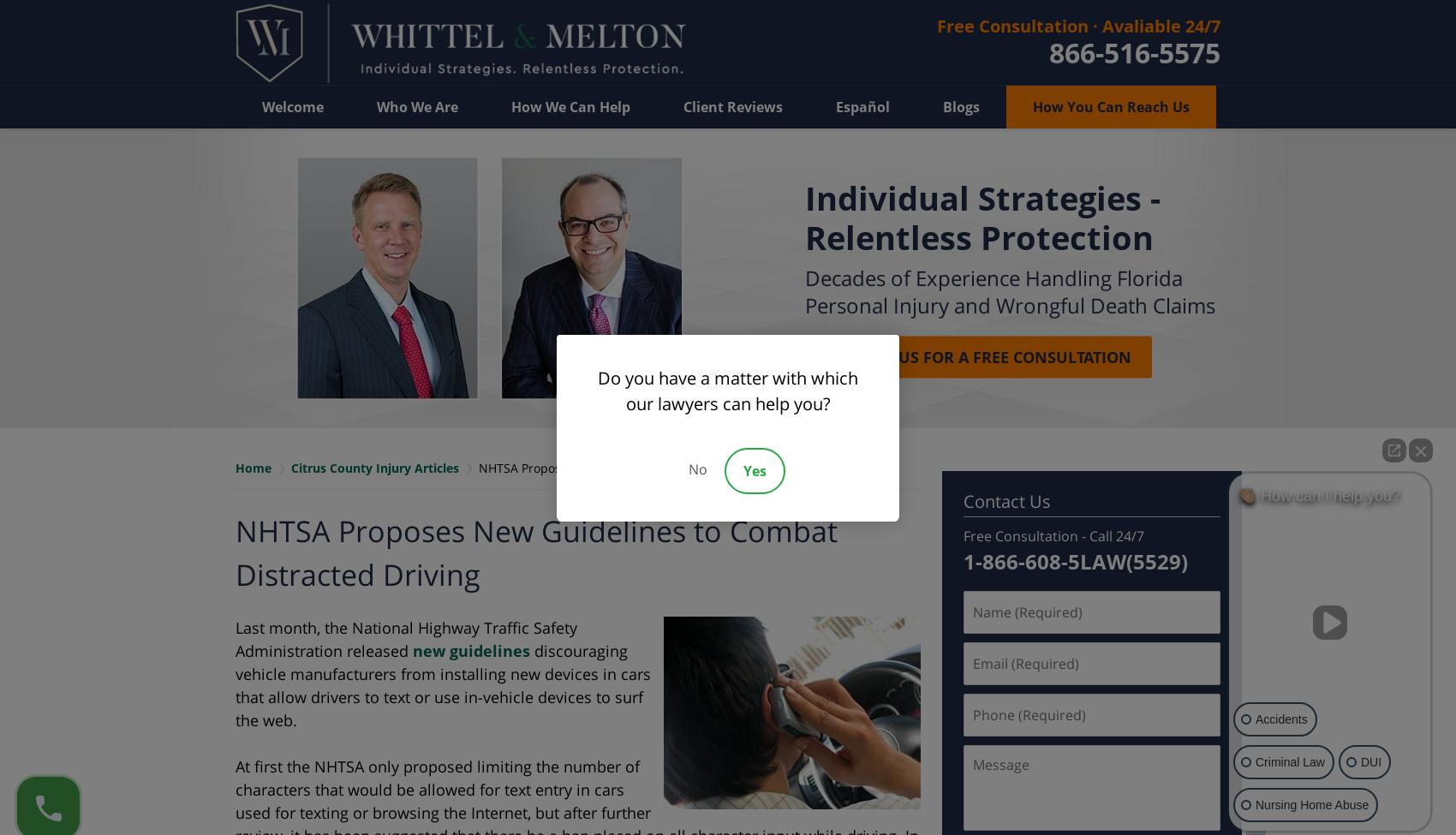  I want to click on 'Do you have a matter with which our lawyers can help you?', so click(728, 391).